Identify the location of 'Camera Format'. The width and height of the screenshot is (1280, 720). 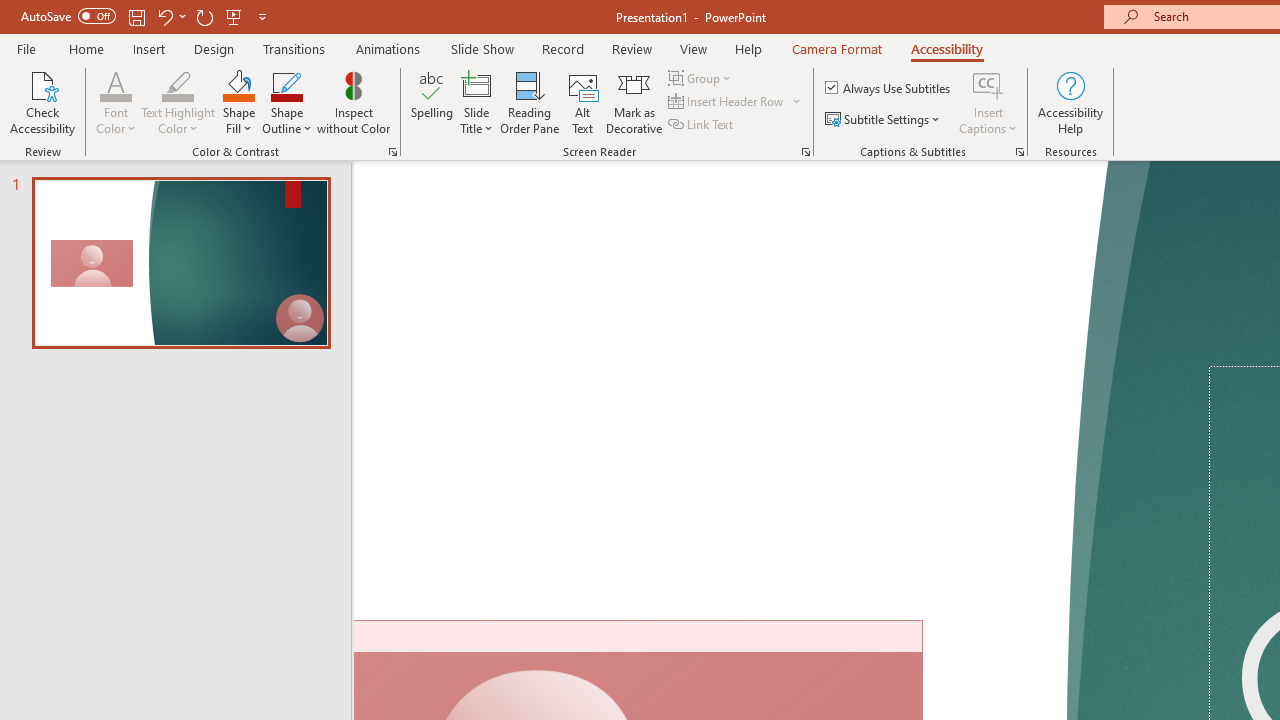
(837, 48).